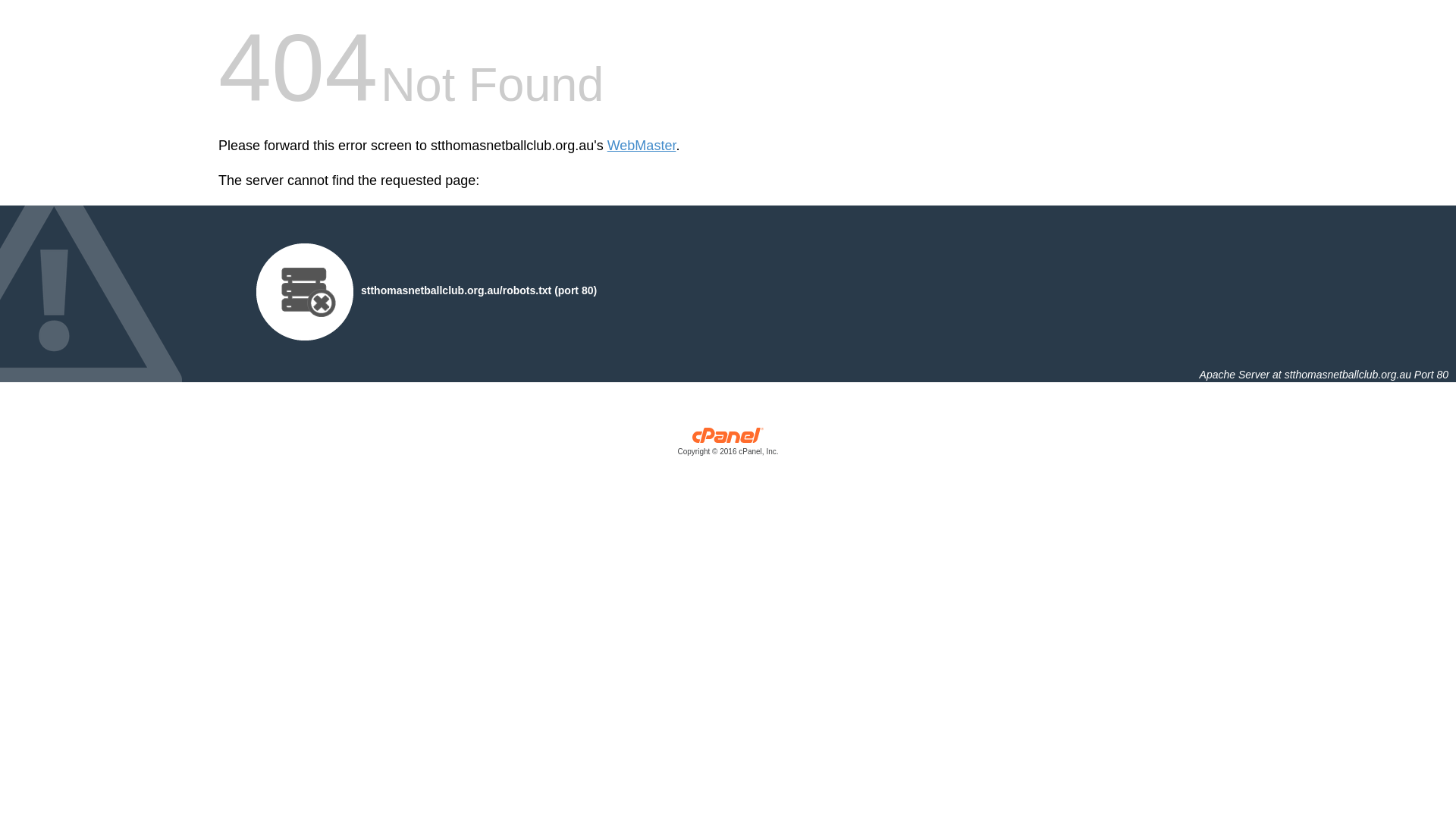 This screenshot has height=819, width=1456. What do you see at coordinates (607, 146) in the screenshot?
I see `'WebMaster'` at bounding box center [607, 146].